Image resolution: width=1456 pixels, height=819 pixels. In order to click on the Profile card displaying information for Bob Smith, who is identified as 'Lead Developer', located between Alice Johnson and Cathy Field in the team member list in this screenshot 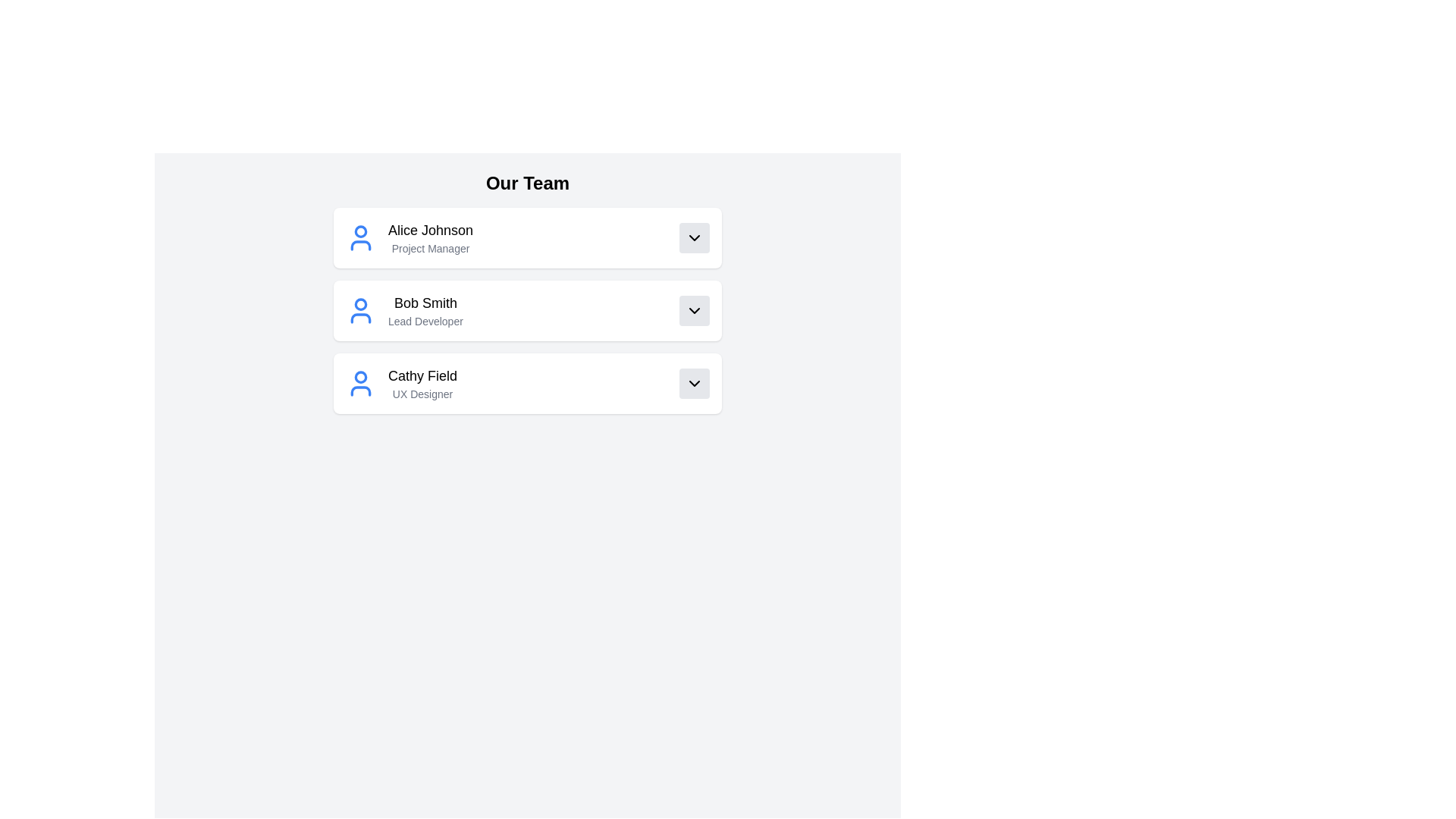, I will do `click(404, 309)`.